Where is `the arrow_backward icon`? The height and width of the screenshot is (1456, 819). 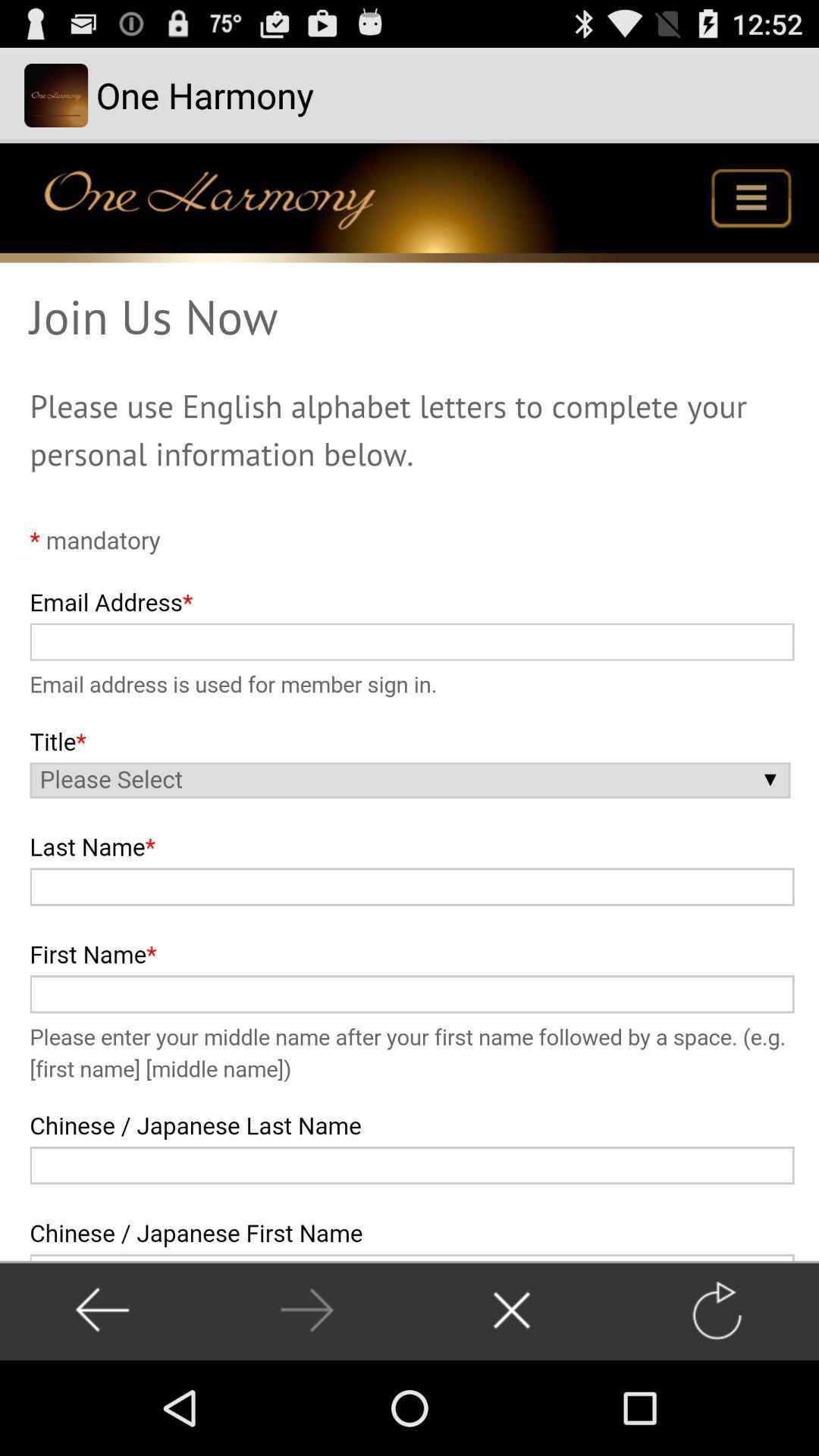 the arrow_backward icon is located at coordinates (102, 1401).